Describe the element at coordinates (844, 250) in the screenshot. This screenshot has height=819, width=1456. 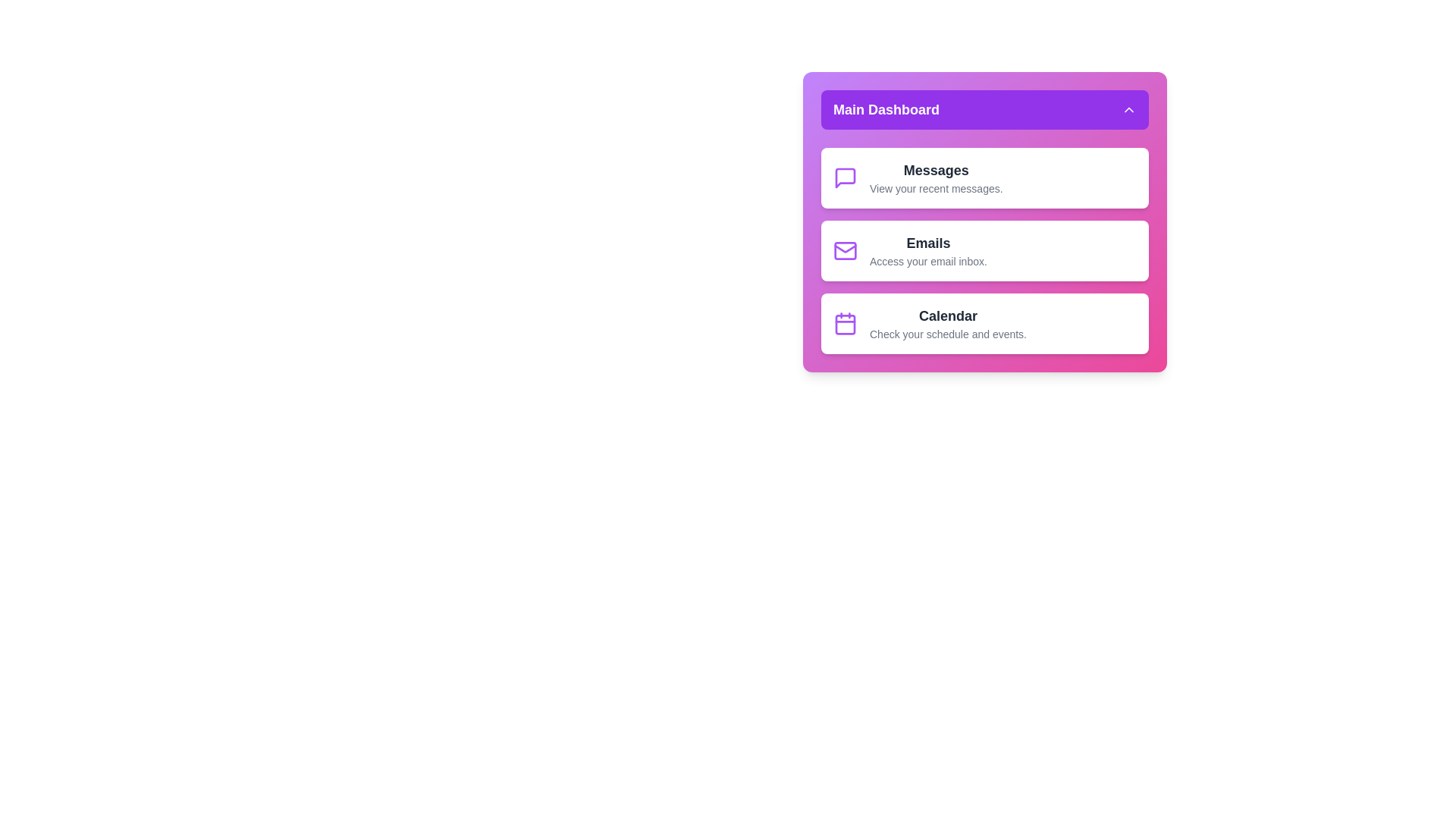
I see `the menu item icon for Emails` at that location.